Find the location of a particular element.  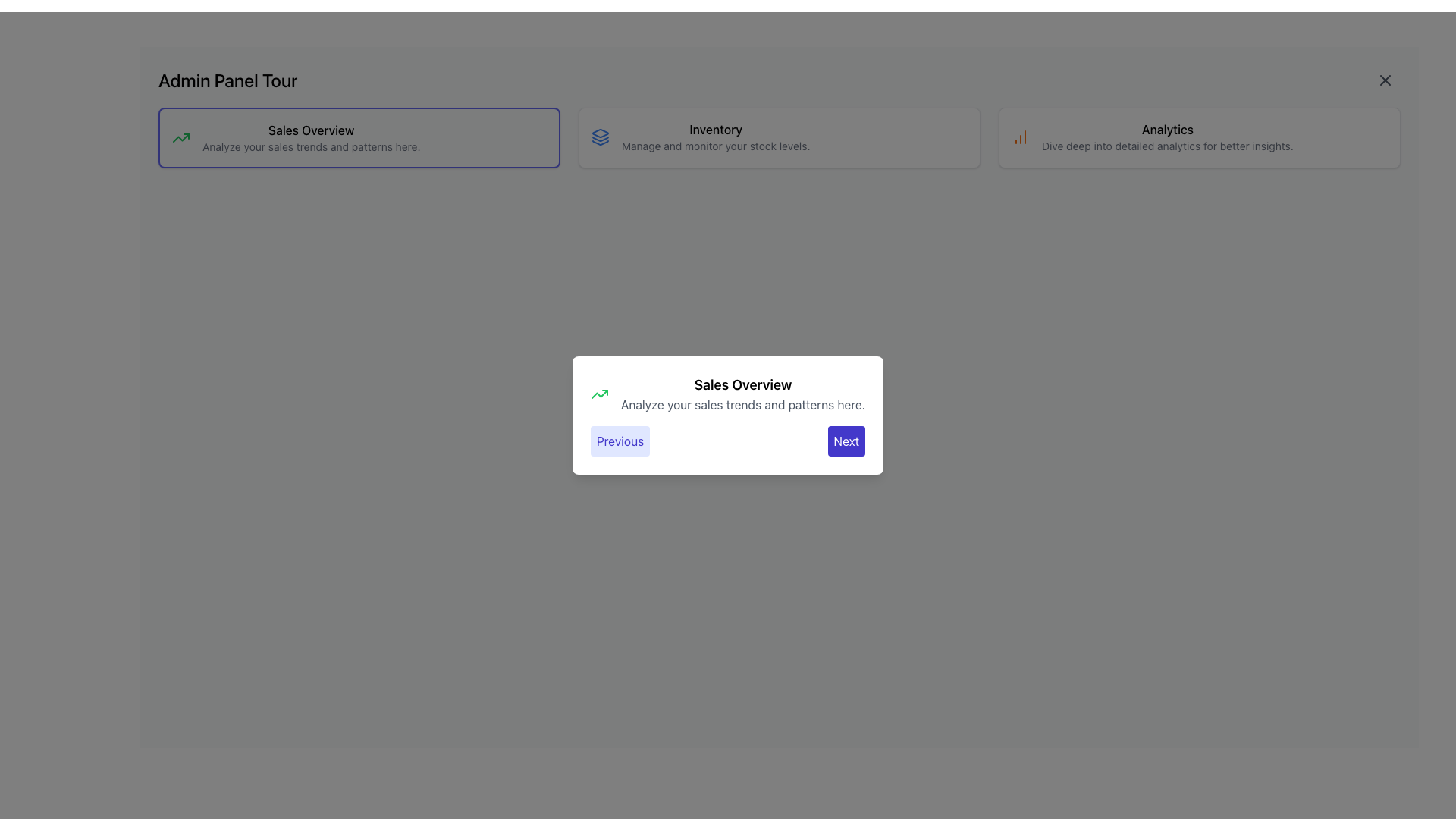

the small green upward trending line icon located to the left of the 'Sales Overview' text is located at coordinates (598, 394).